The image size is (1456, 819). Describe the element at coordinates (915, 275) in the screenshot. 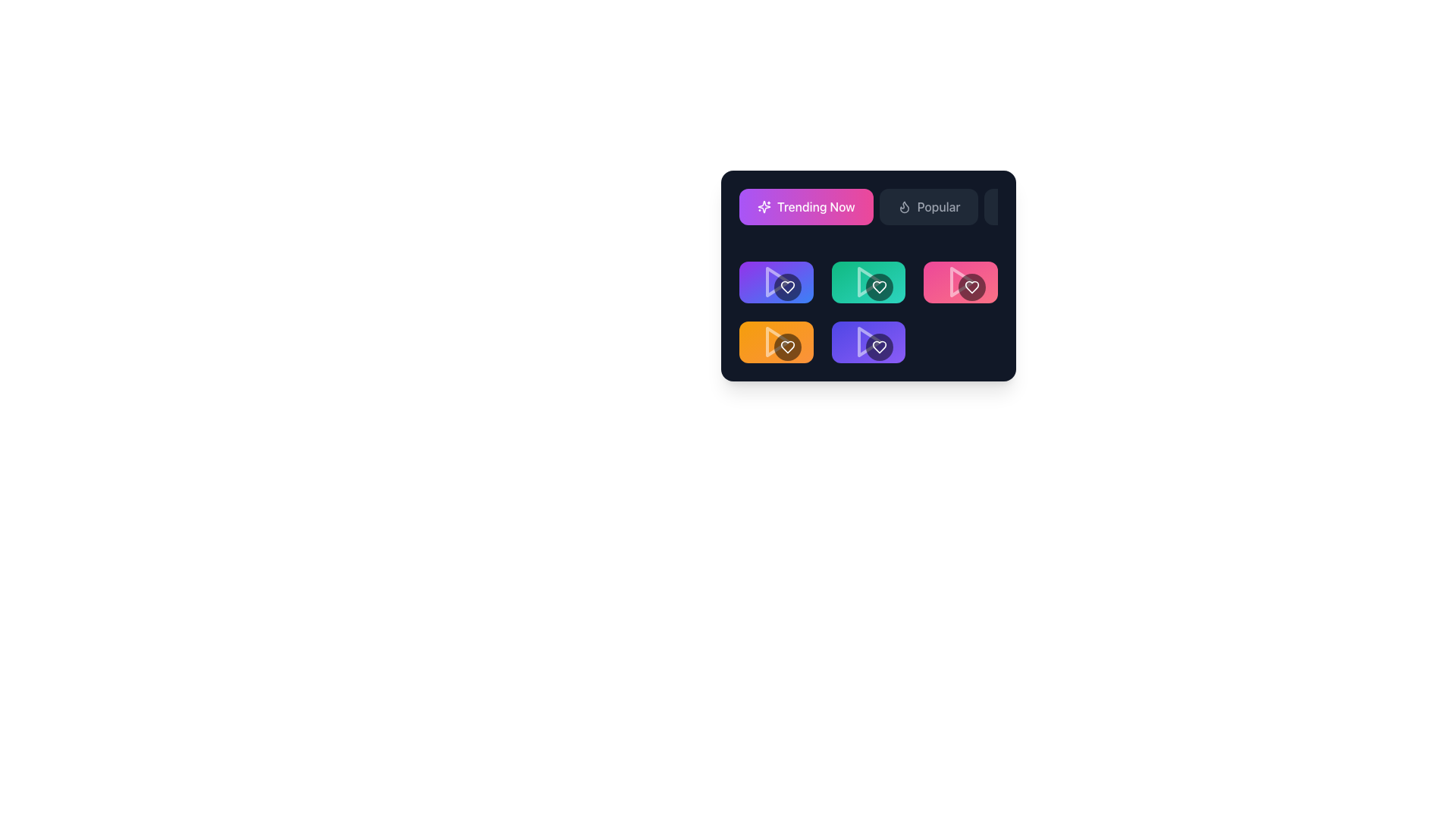

I see `the interactive button card located in the second row and first column of the 2x4 grid` at that location.